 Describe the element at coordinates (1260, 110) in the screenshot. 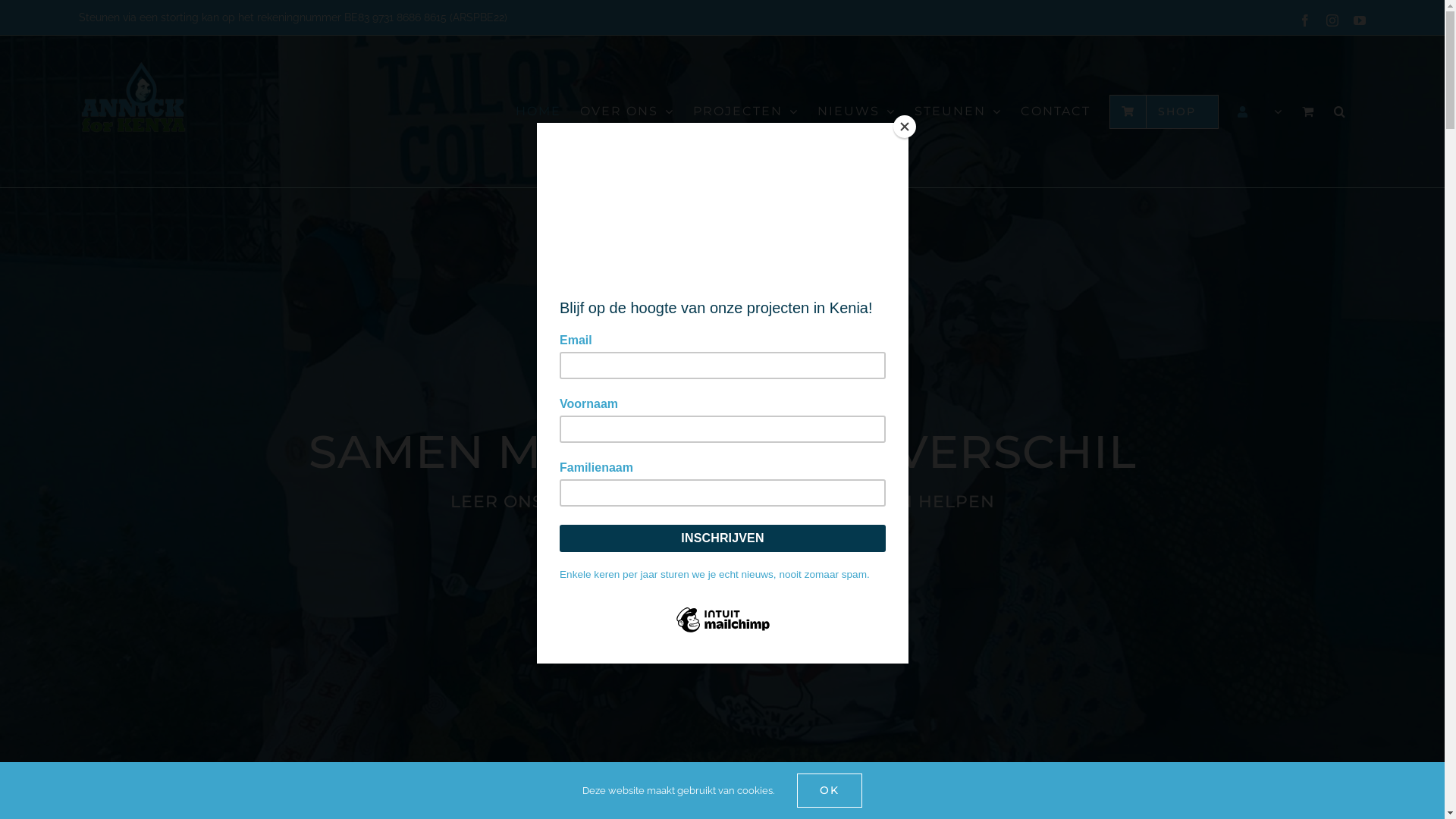

I see `'Mijn account'` at that location.